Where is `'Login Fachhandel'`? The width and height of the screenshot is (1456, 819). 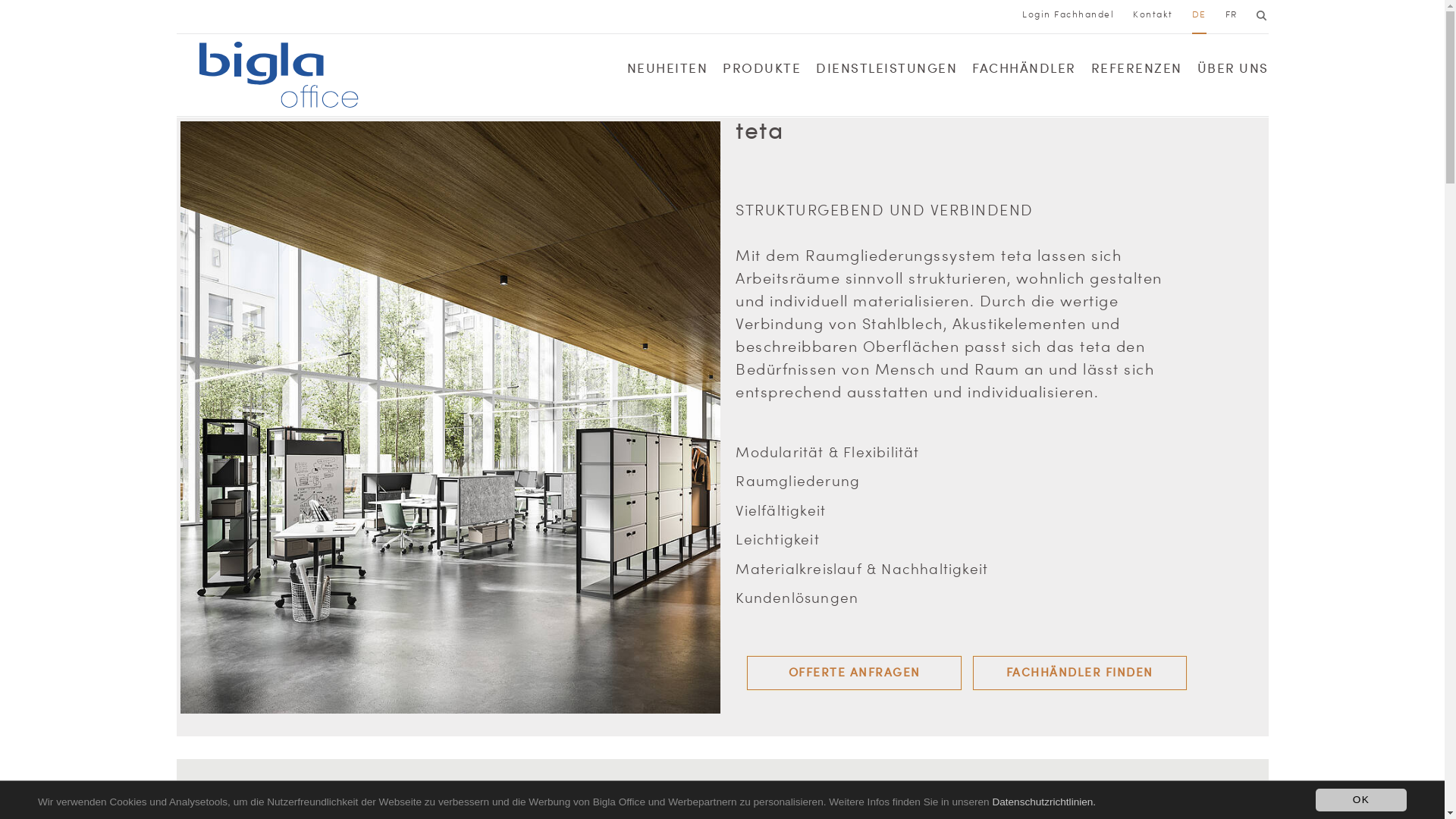 'Login Fachhandel' is located at coordinates (1067, 14).